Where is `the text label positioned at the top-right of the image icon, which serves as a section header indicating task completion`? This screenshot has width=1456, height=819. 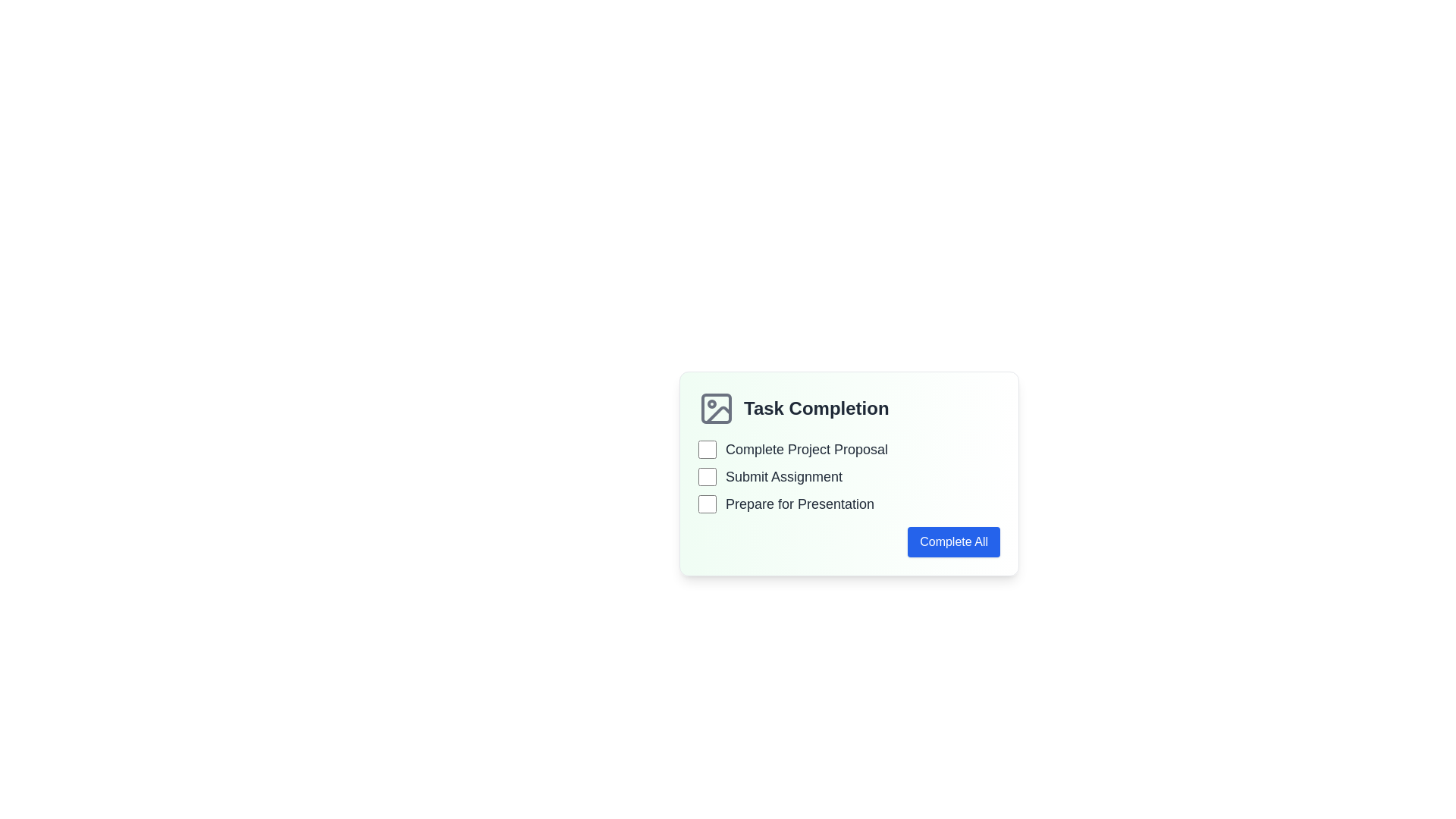
the text label positioned at the top-right of the image icon, which serves as a section header indicating task completion is located at coordinates (815, 408).